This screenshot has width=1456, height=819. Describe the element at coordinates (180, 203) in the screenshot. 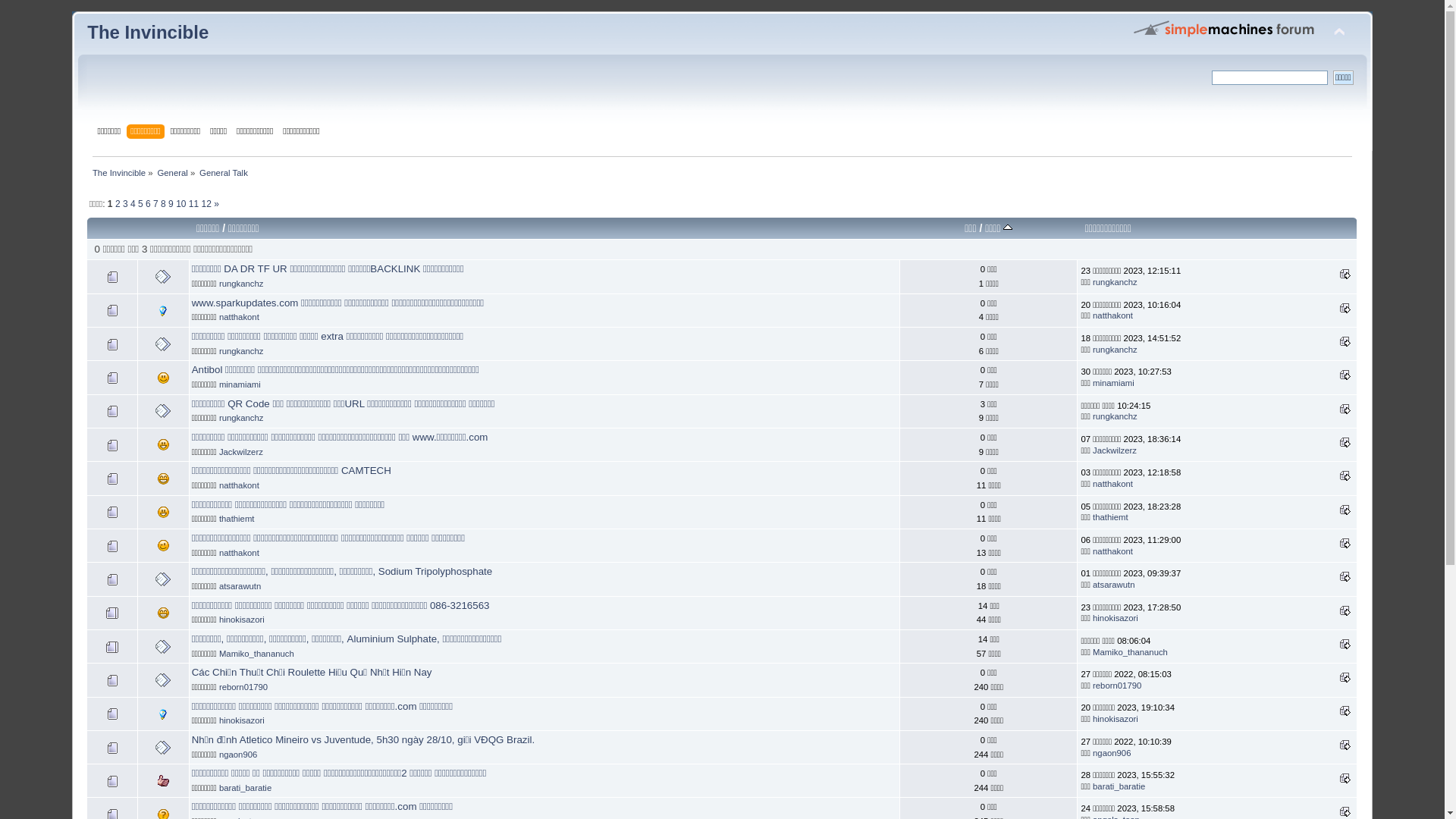

I see `'10'` at that location.